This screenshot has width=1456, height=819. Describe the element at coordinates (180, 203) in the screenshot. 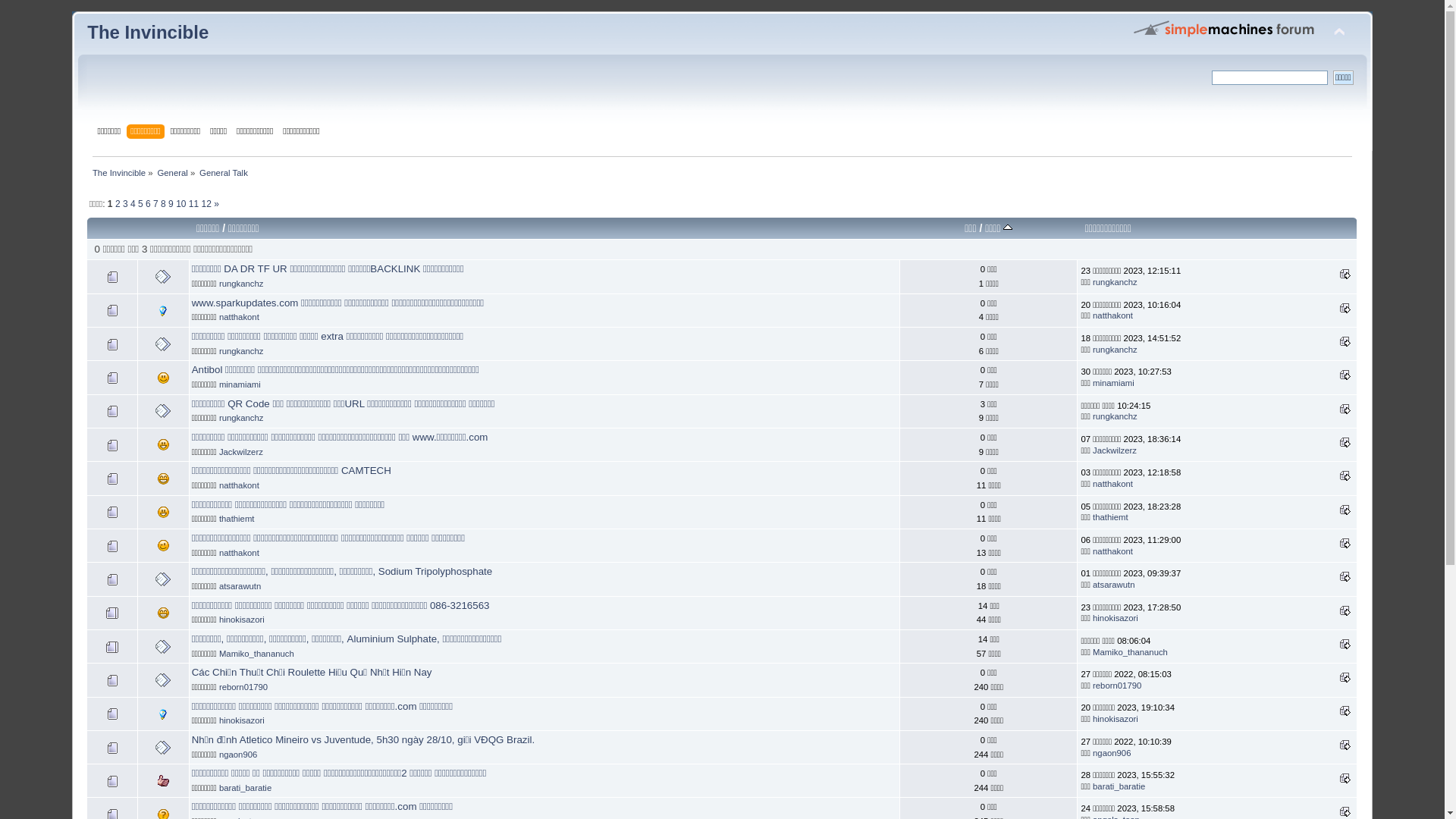

I see `'10'` at that location.